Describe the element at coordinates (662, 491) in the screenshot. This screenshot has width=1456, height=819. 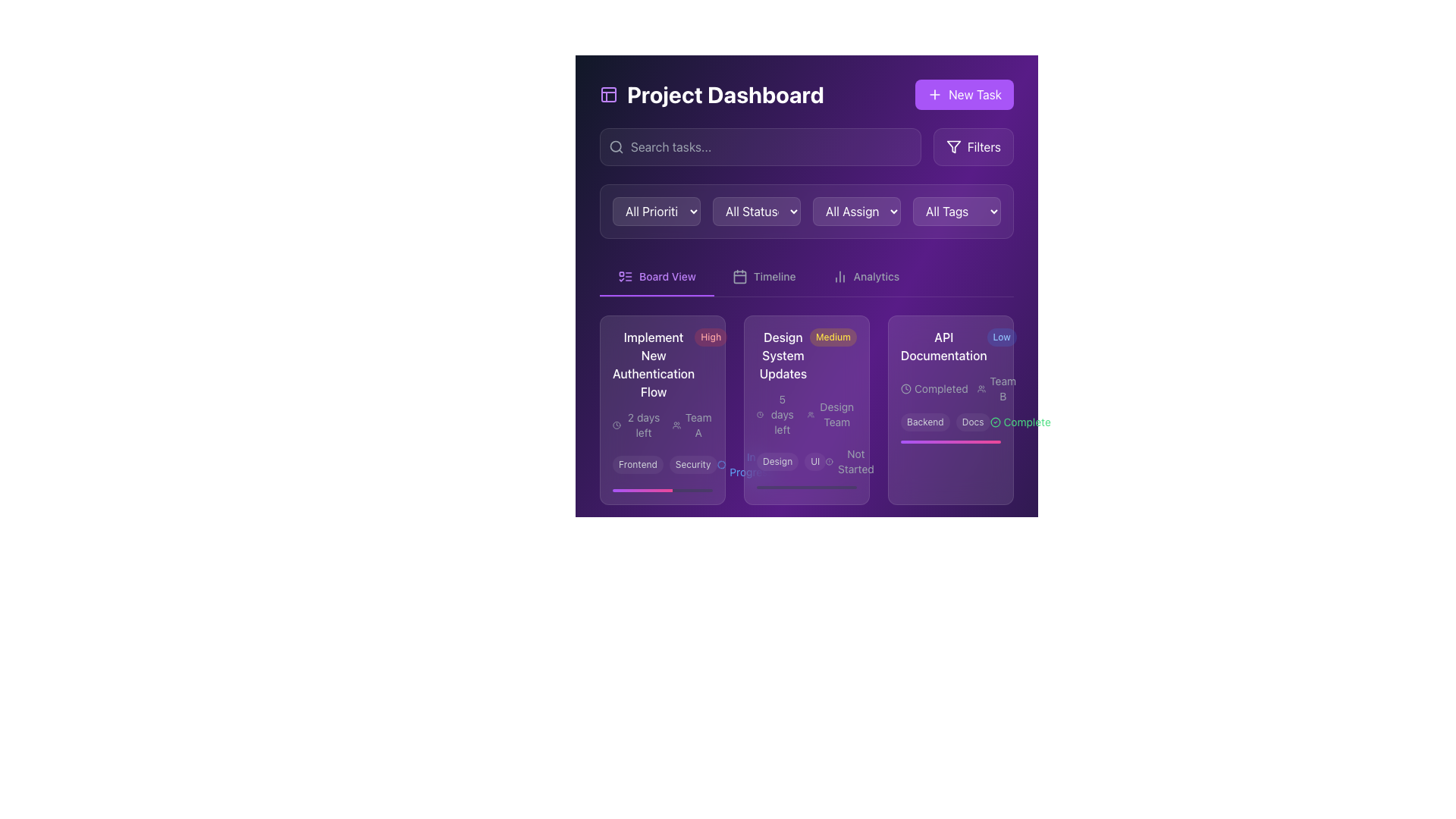
I see `the distinct horizontal progress bar with a gradient fill located beneath the 'Frontend Security' label in the 'Implement New Authentication Flow' card on the Project Dashboard` at that location.